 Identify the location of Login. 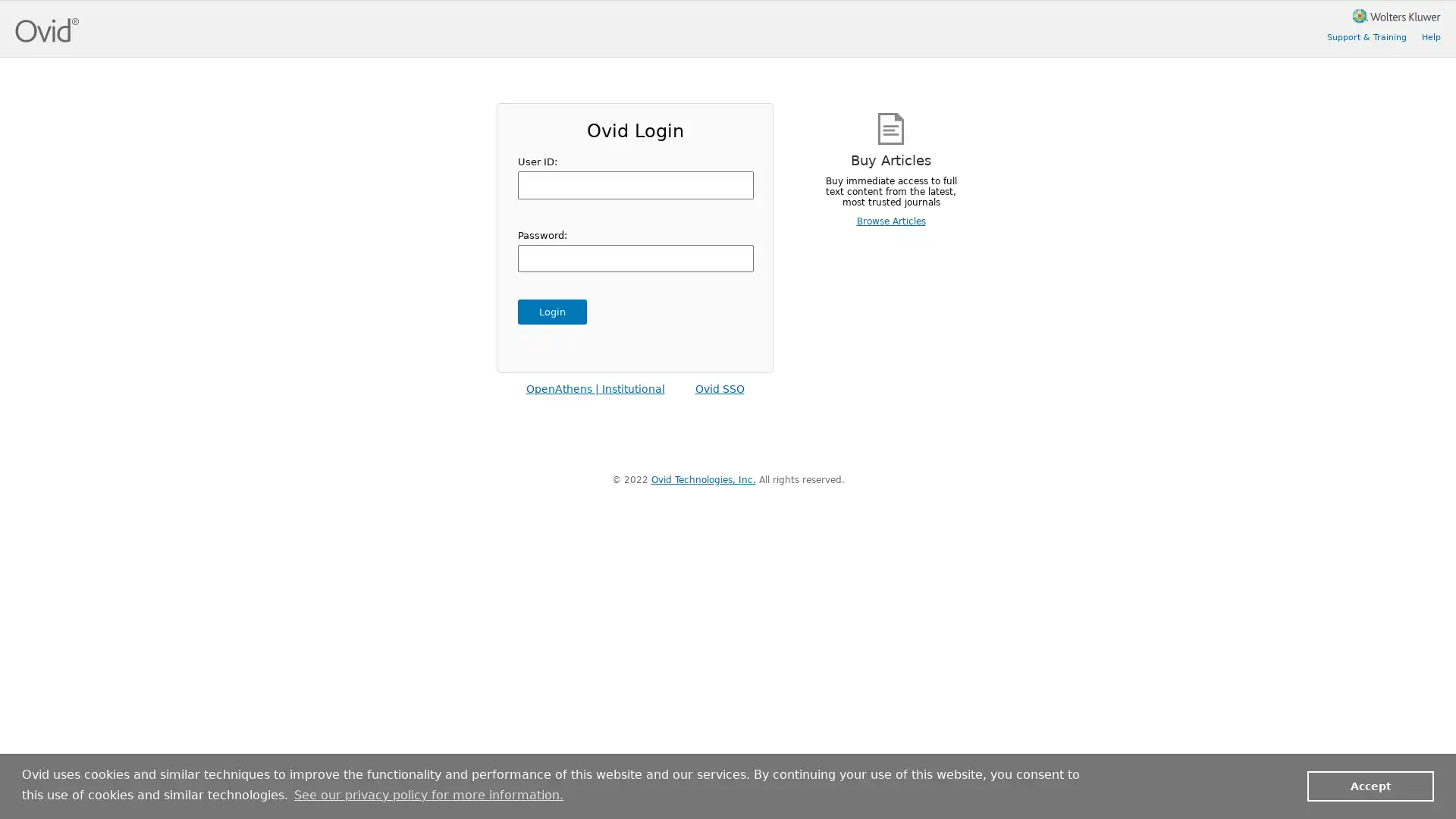
(551, 311).